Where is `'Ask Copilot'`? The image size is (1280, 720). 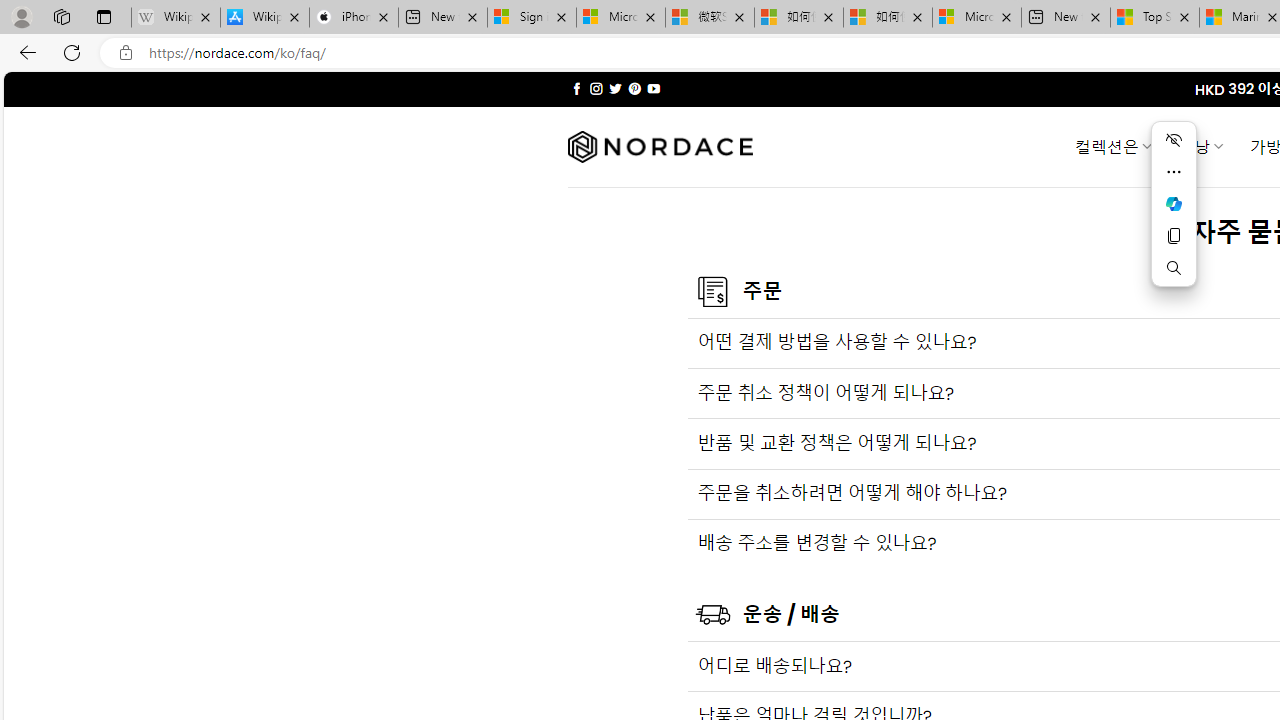 'Ask Copilot' is located at coordinates (1173, 204).